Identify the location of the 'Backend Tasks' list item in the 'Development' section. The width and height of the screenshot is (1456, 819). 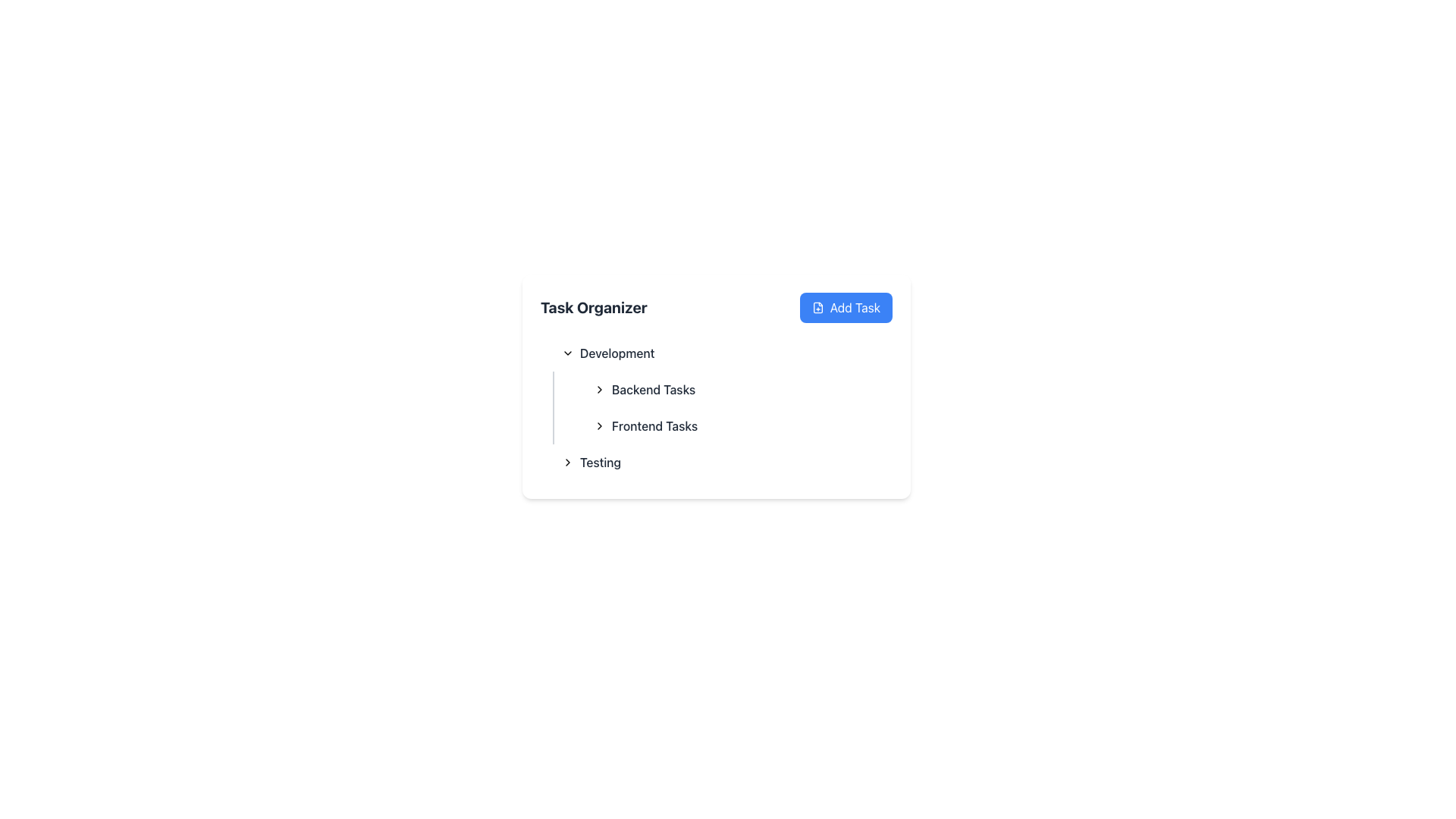
(739, 388).